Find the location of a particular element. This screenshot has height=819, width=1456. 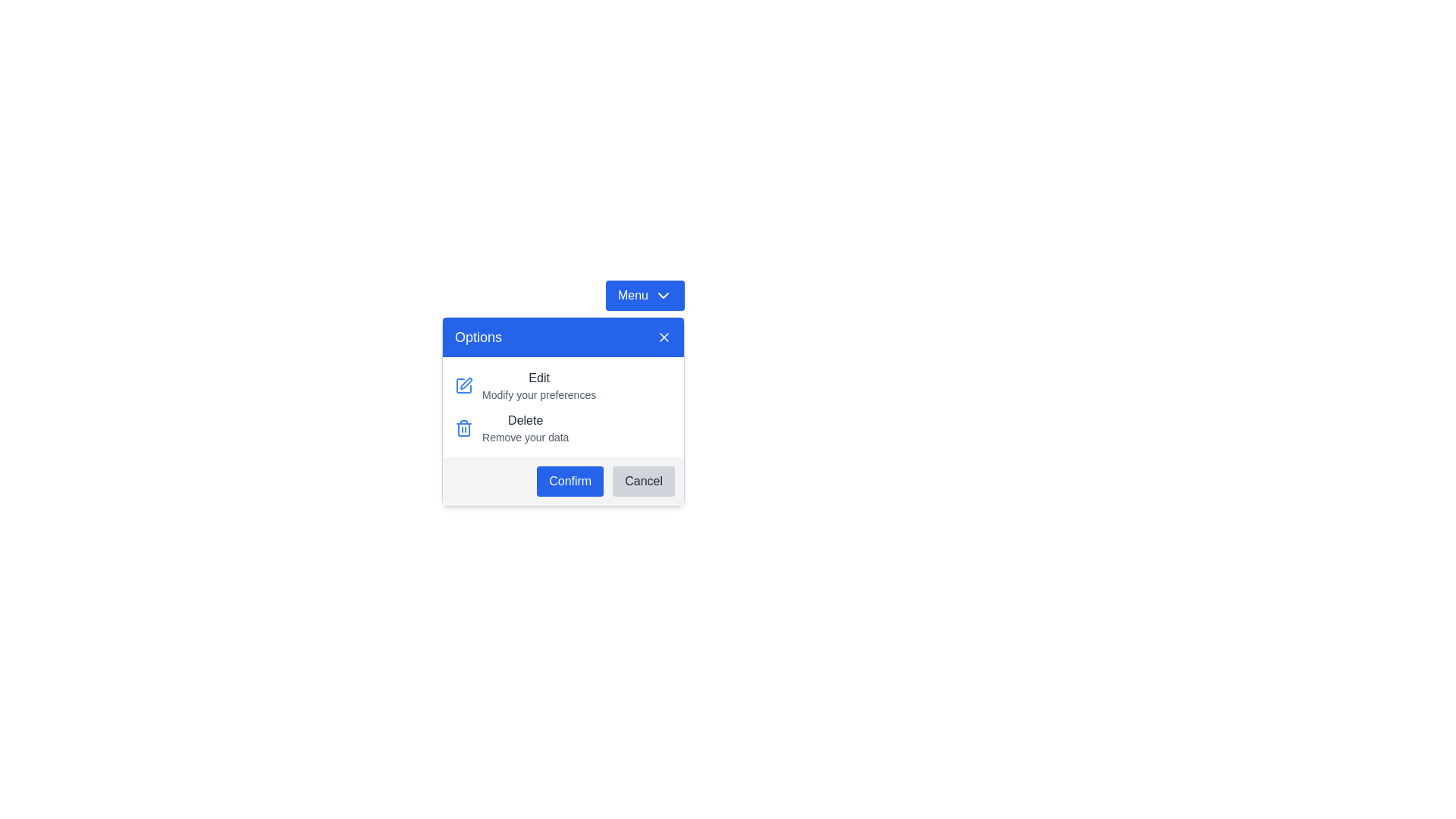

the delete action icon, which is located to the left of the 'Delete' text label and above 'Remove your data.' is located at coordinates (463, 428).